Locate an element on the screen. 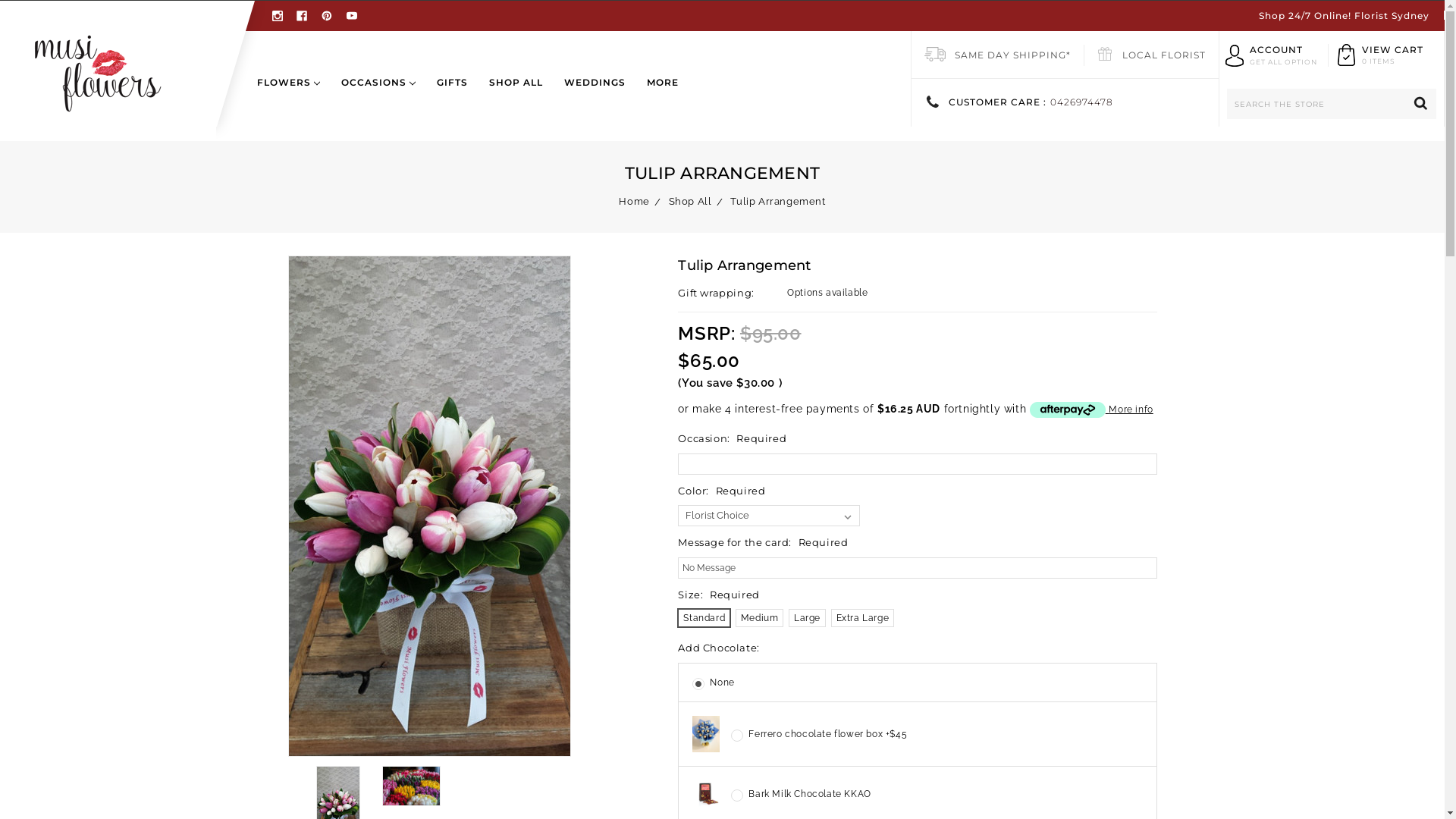 The image size is (1456, 819). 'More info' is located at coordinates (1090, 409).